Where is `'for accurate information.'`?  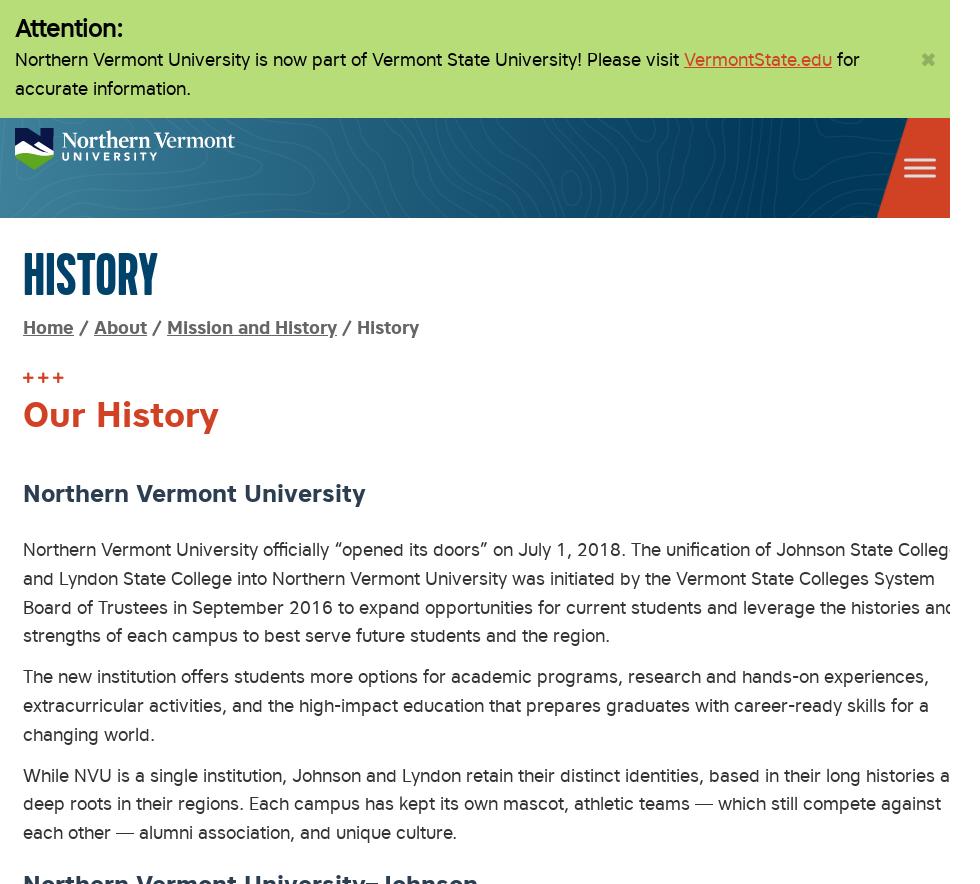 'for accurate information.' is located at coordinates (437, 72).